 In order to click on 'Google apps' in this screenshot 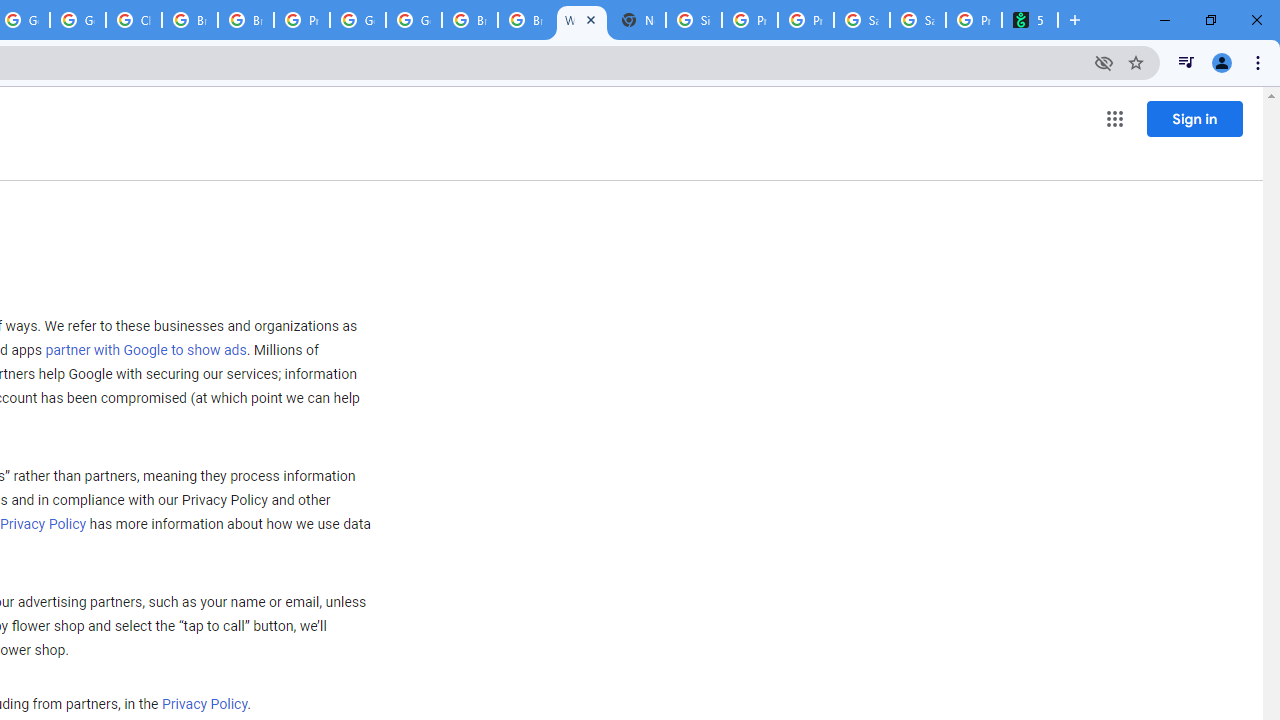, I will do `click(1113, 119)`.